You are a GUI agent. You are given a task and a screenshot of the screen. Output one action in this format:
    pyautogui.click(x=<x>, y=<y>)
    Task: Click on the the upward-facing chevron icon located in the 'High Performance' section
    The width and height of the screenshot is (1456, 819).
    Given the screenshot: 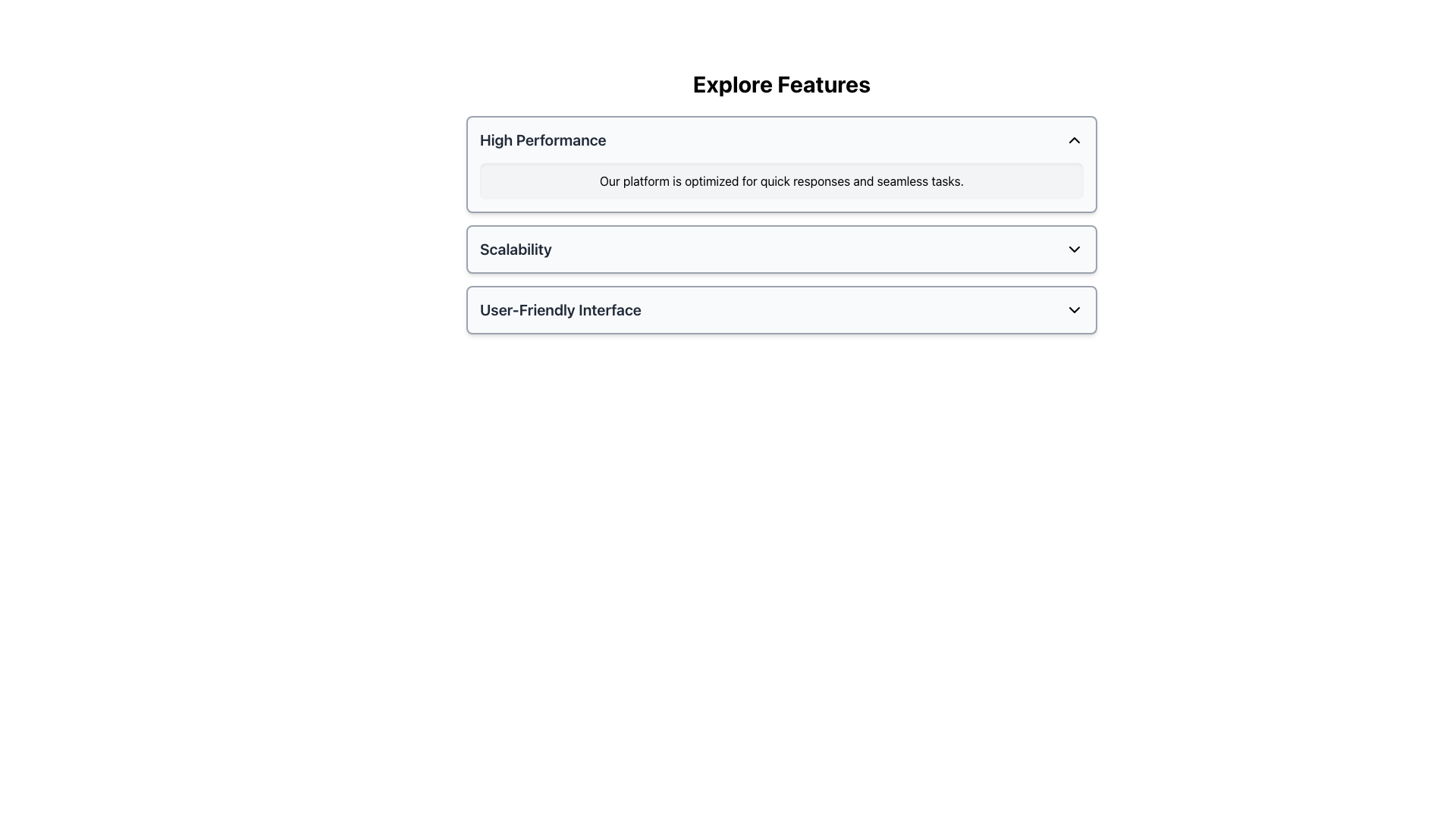 What is the action you would take?
    pyautogui.click(x=1073, y=140)
    